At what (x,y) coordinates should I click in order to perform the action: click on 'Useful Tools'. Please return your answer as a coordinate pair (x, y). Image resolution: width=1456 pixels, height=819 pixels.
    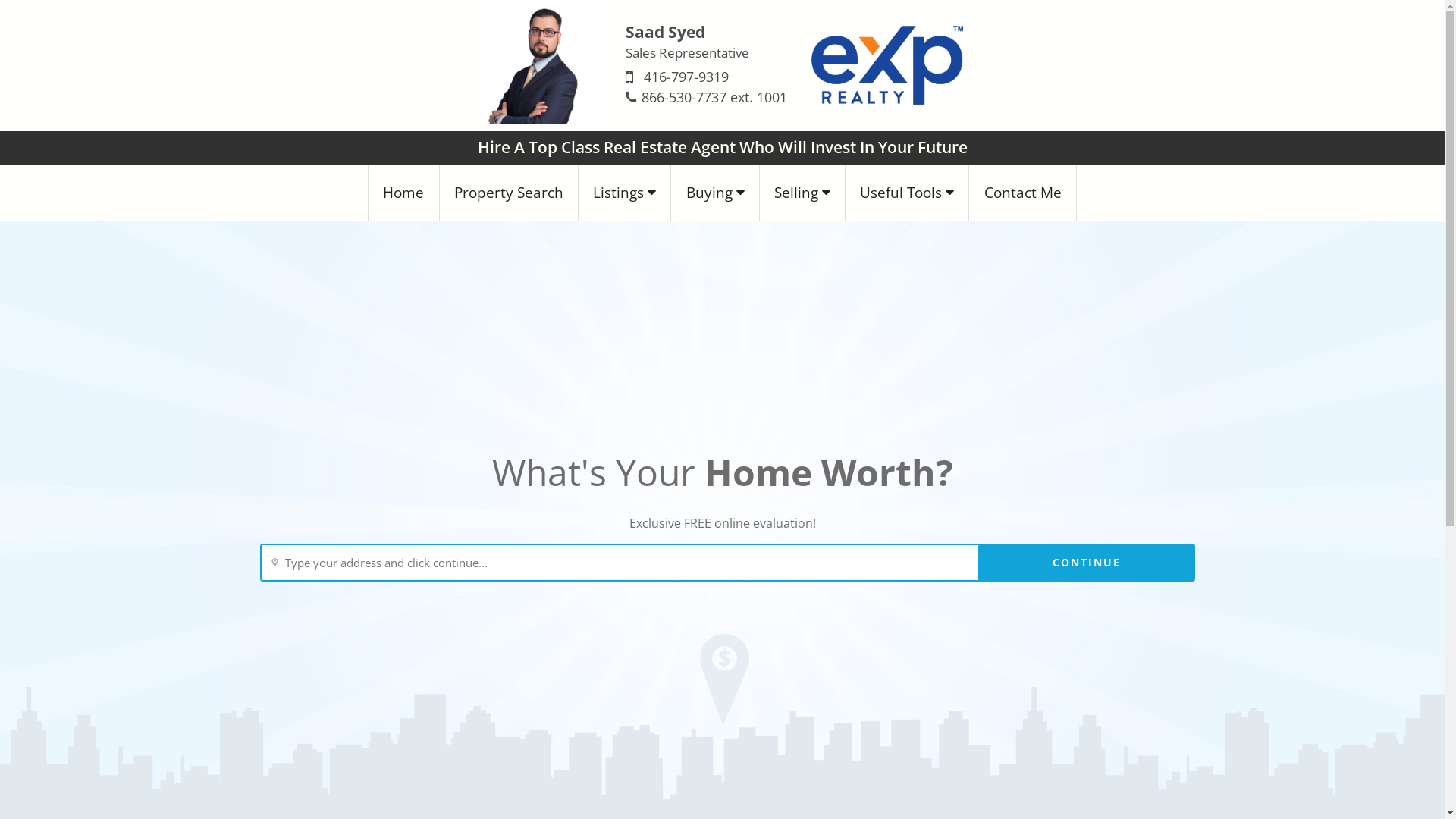
    Looking at the image, I should click on (844, 192).